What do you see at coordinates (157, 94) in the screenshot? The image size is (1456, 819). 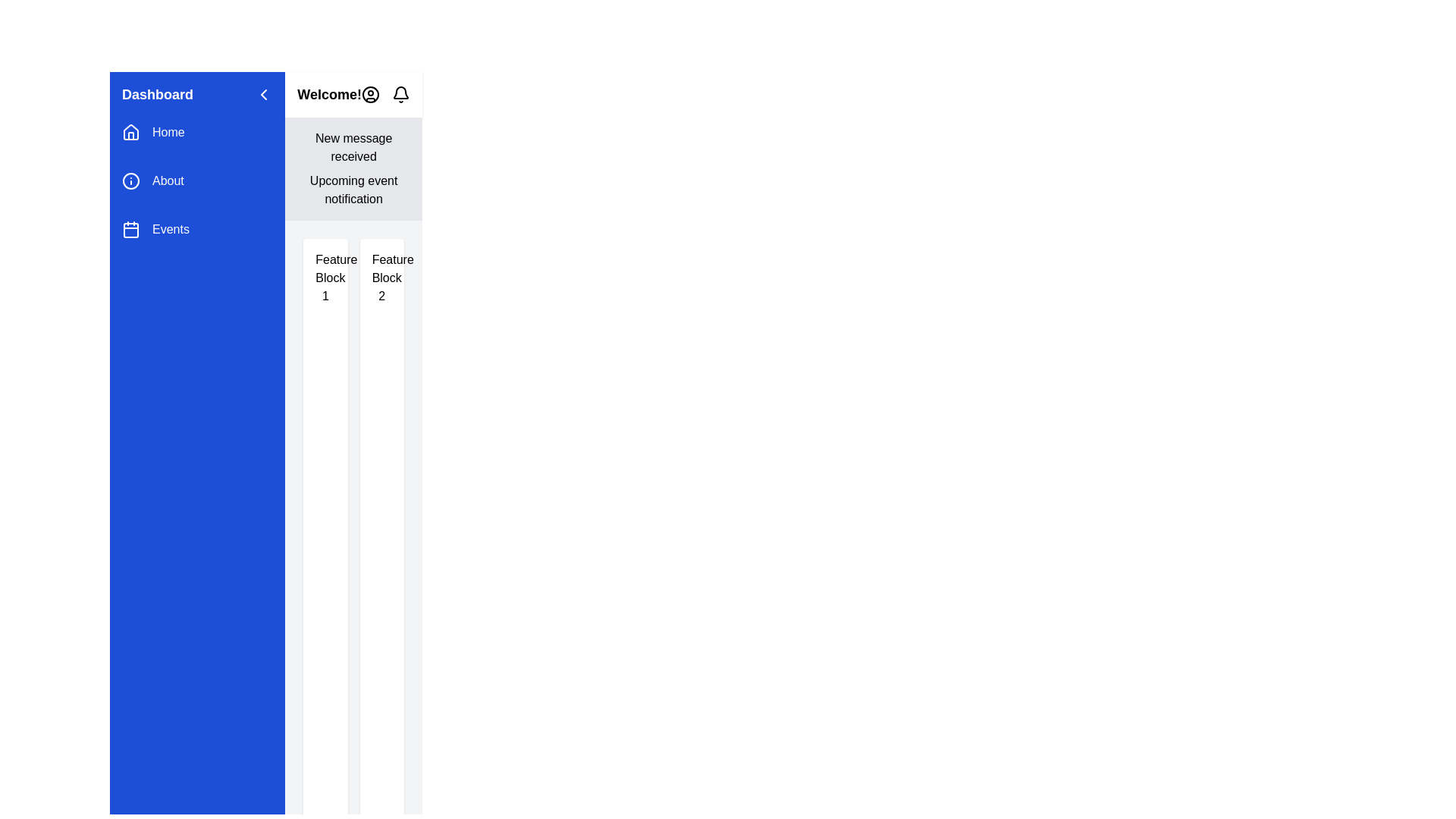 I see `the Text label at the top of the left navigation menu, which indicates the current section of the interface` at bounding box center [157, 94].